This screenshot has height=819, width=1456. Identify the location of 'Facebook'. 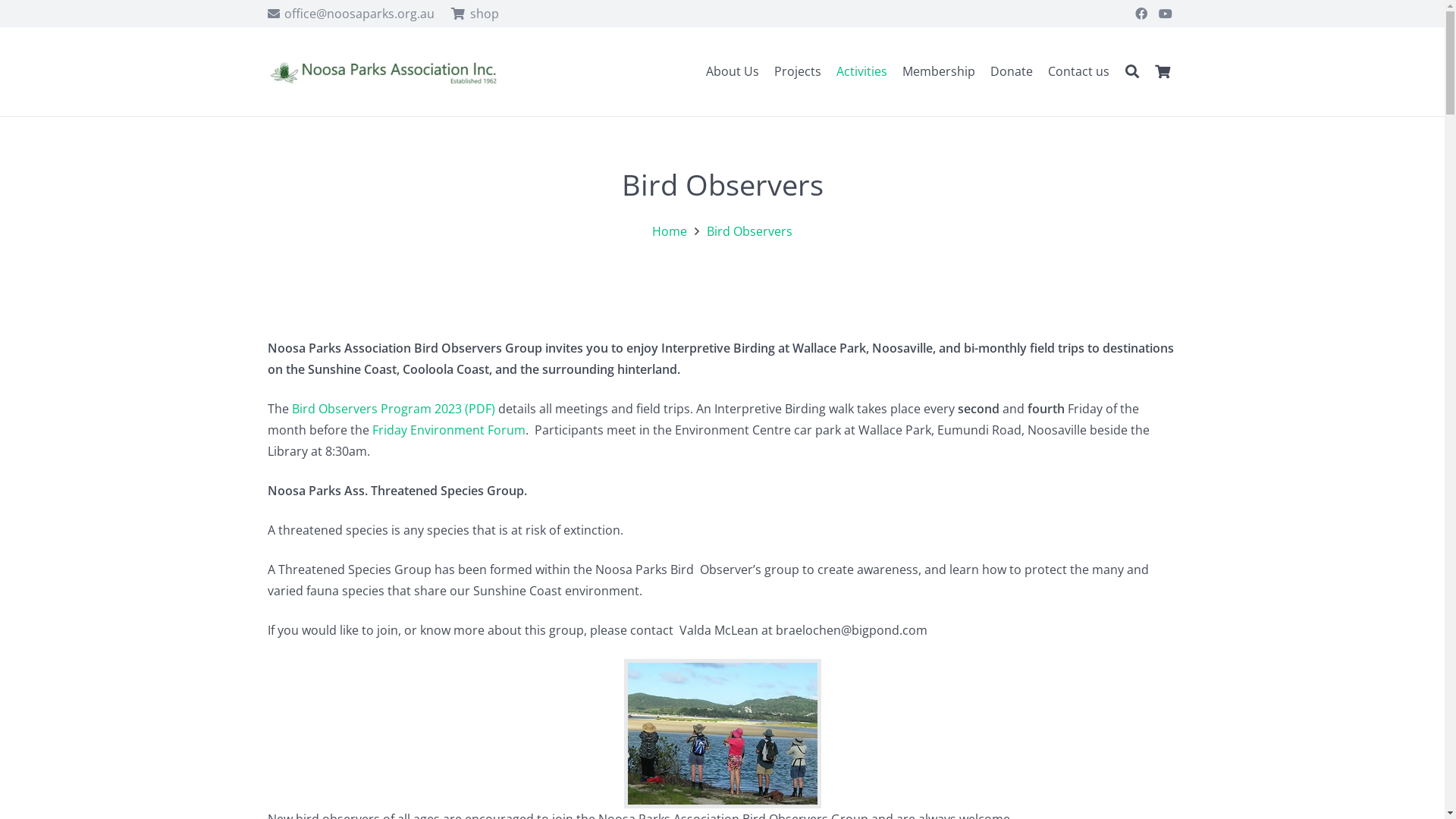
(1141, 14).